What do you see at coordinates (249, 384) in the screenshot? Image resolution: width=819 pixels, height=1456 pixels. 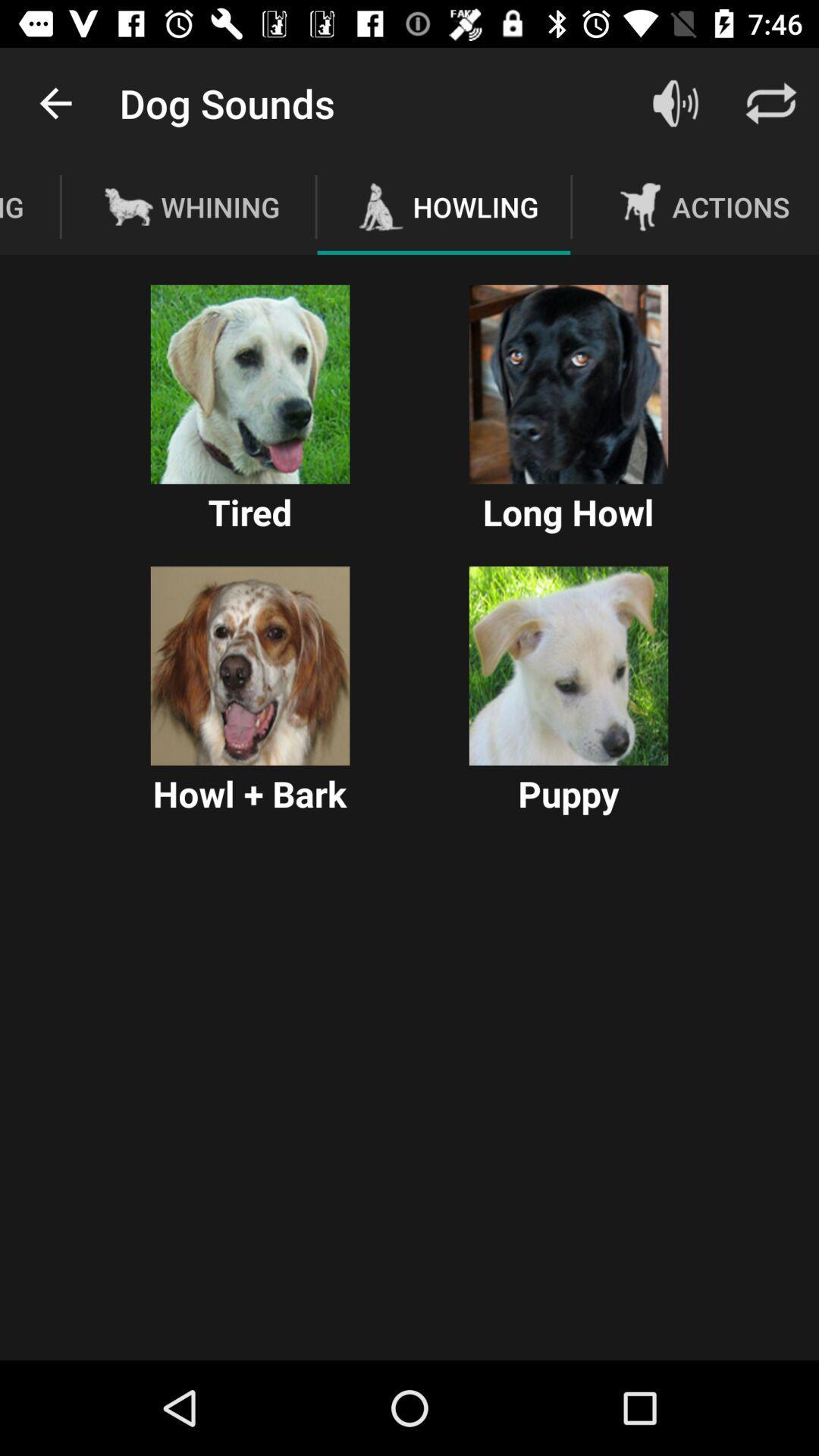 I see `tired dog sound` at bounding box center [249, 384].